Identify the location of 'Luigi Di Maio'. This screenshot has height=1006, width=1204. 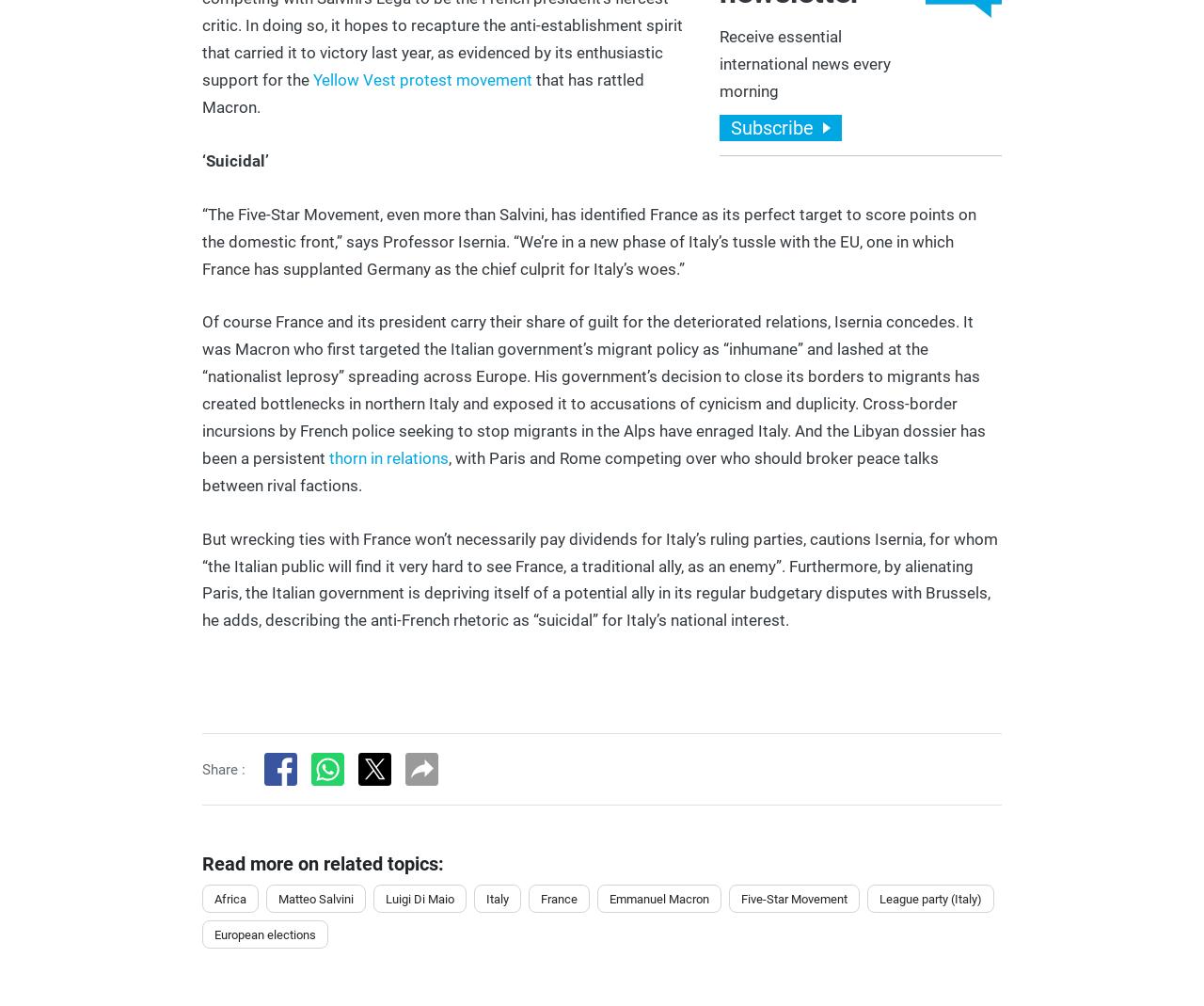
(419, 897).